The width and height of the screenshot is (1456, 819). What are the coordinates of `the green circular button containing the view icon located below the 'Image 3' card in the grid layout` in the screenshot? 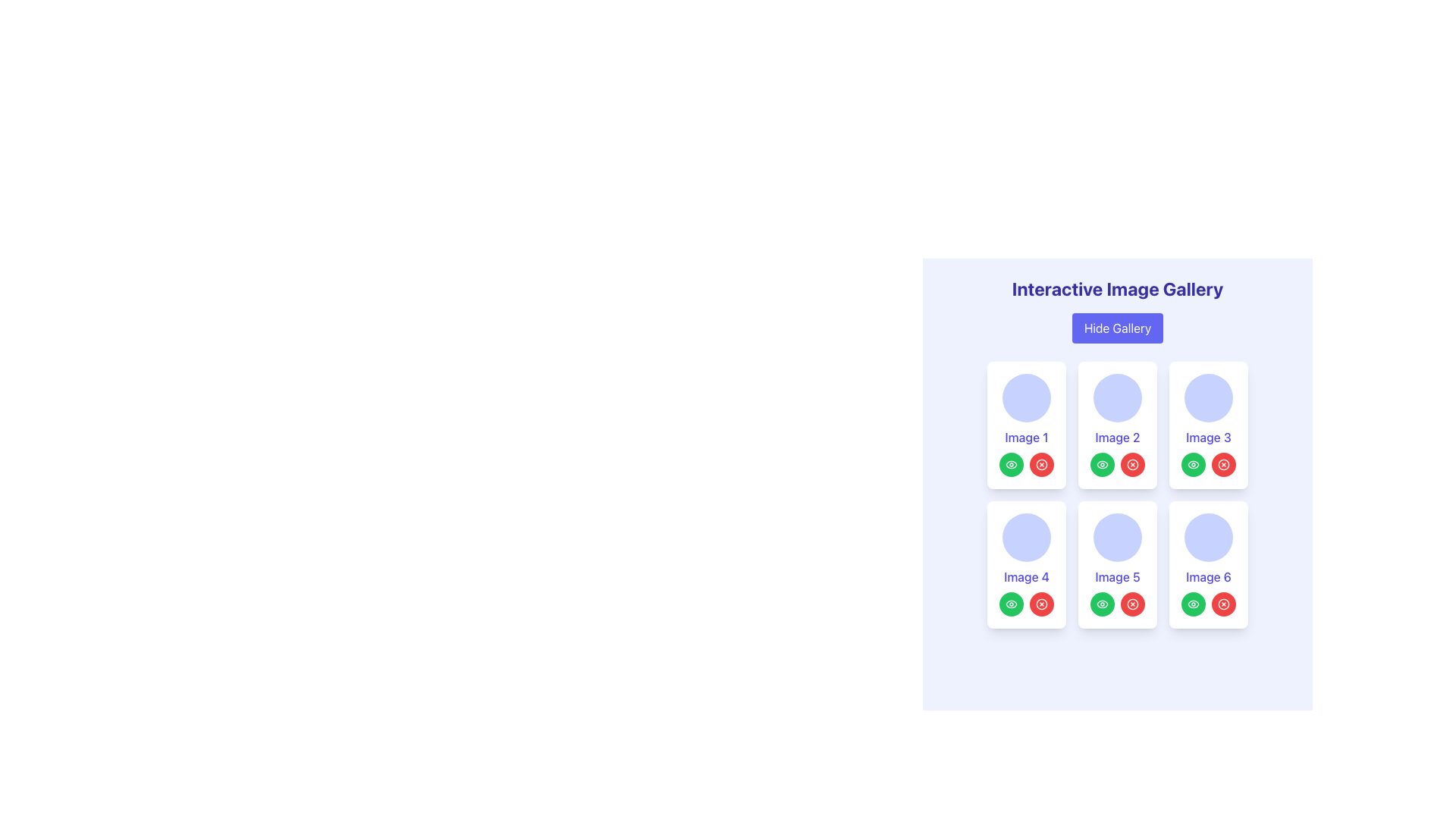 It's located at (1193, 464).